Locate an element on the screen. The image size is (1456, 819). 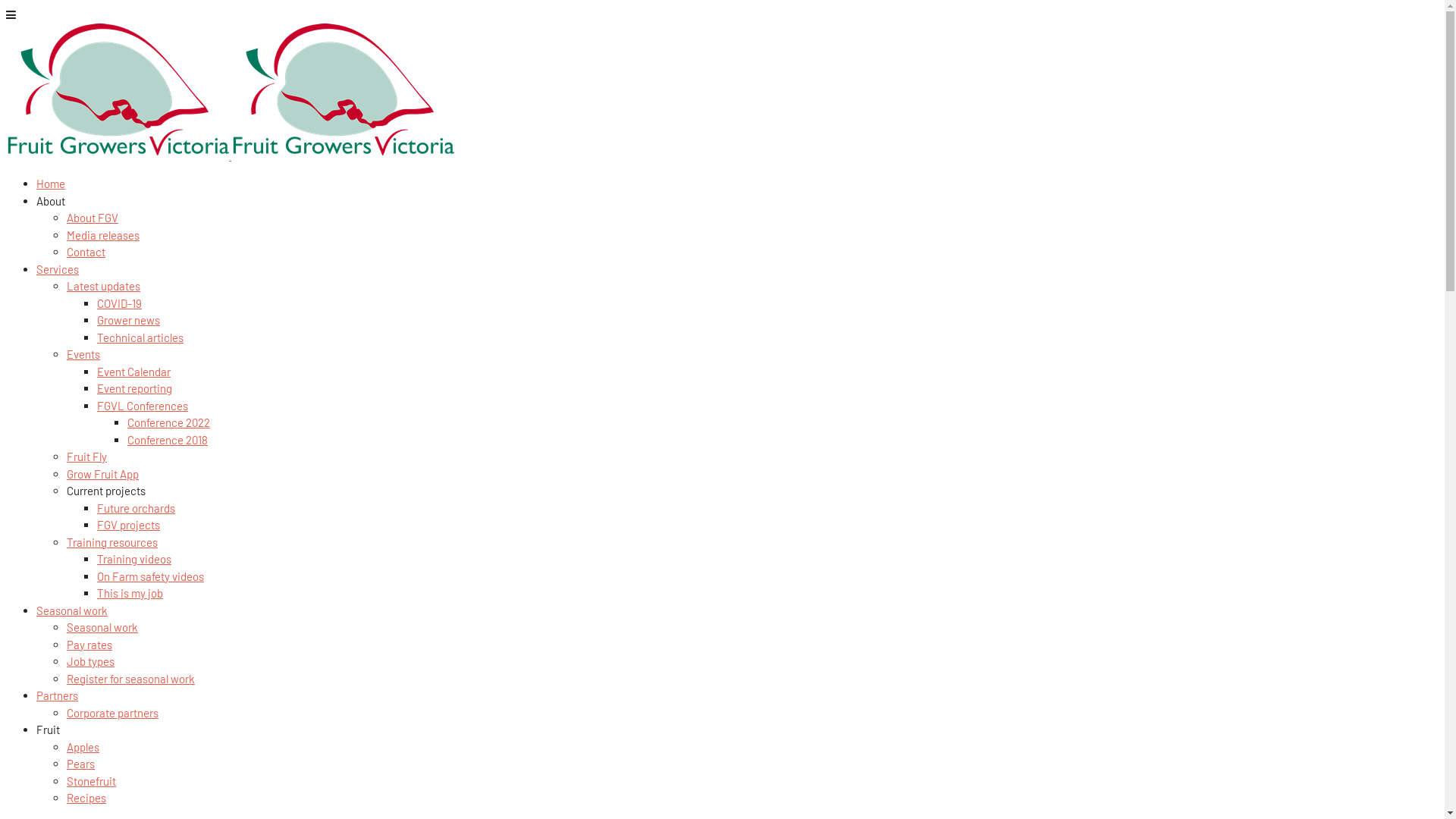
'Technical articles' is located at coordinates (140, 336).